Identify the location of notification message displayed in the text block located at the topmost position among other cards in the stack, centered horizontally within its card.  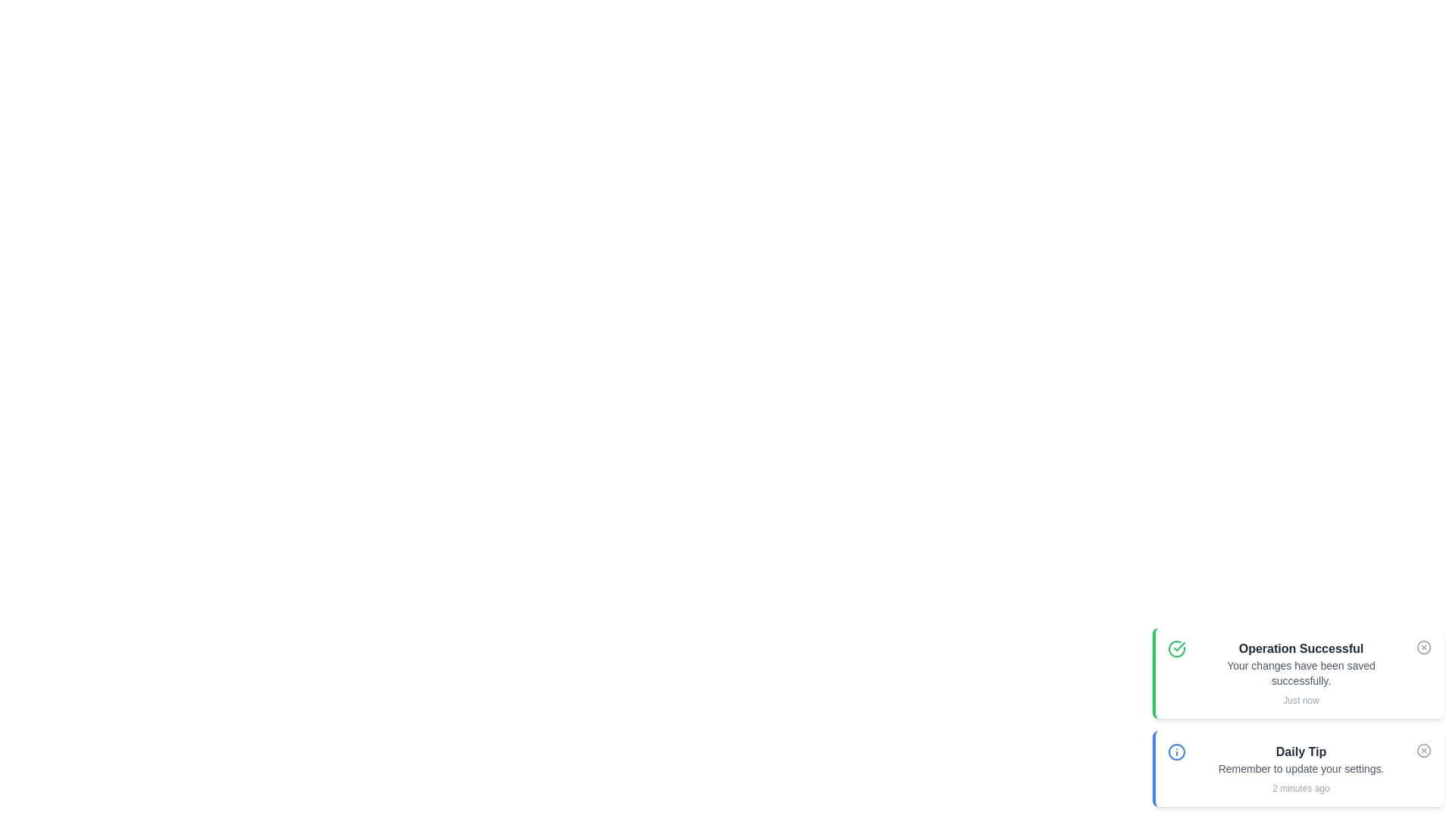
(1301, 672).